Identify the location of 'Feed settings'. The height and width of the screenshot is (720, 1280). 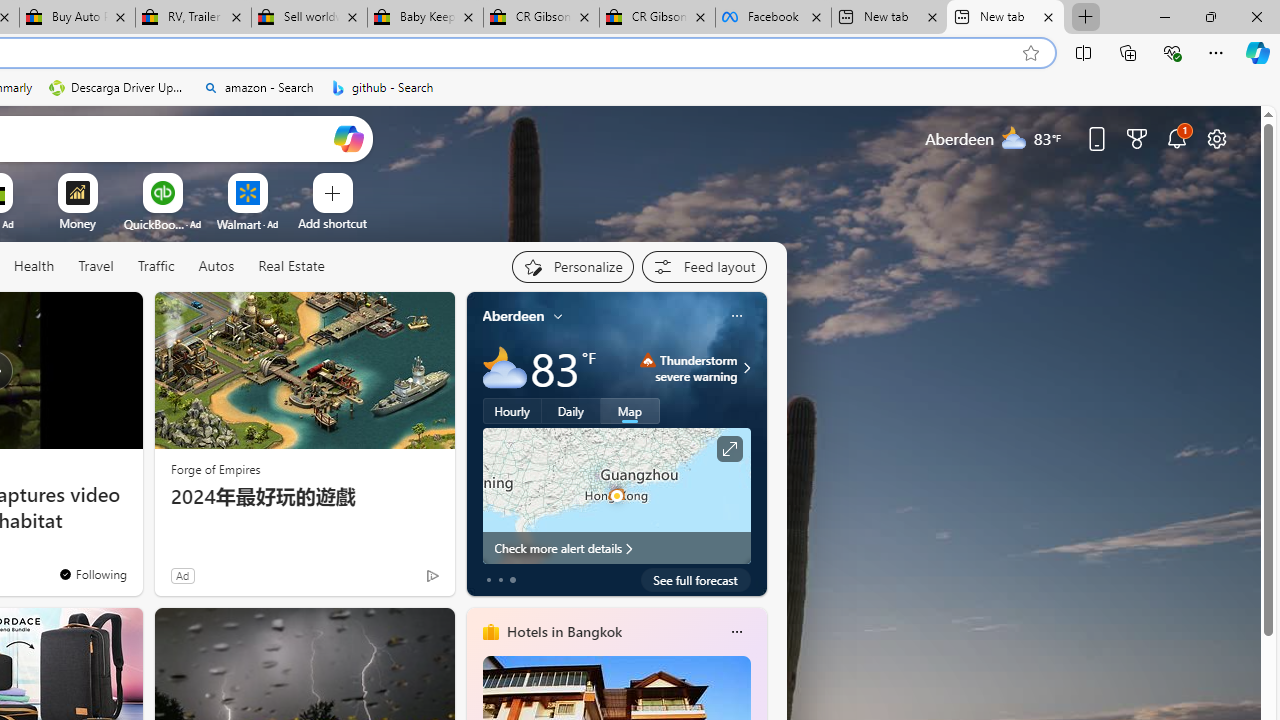
(704, 266).